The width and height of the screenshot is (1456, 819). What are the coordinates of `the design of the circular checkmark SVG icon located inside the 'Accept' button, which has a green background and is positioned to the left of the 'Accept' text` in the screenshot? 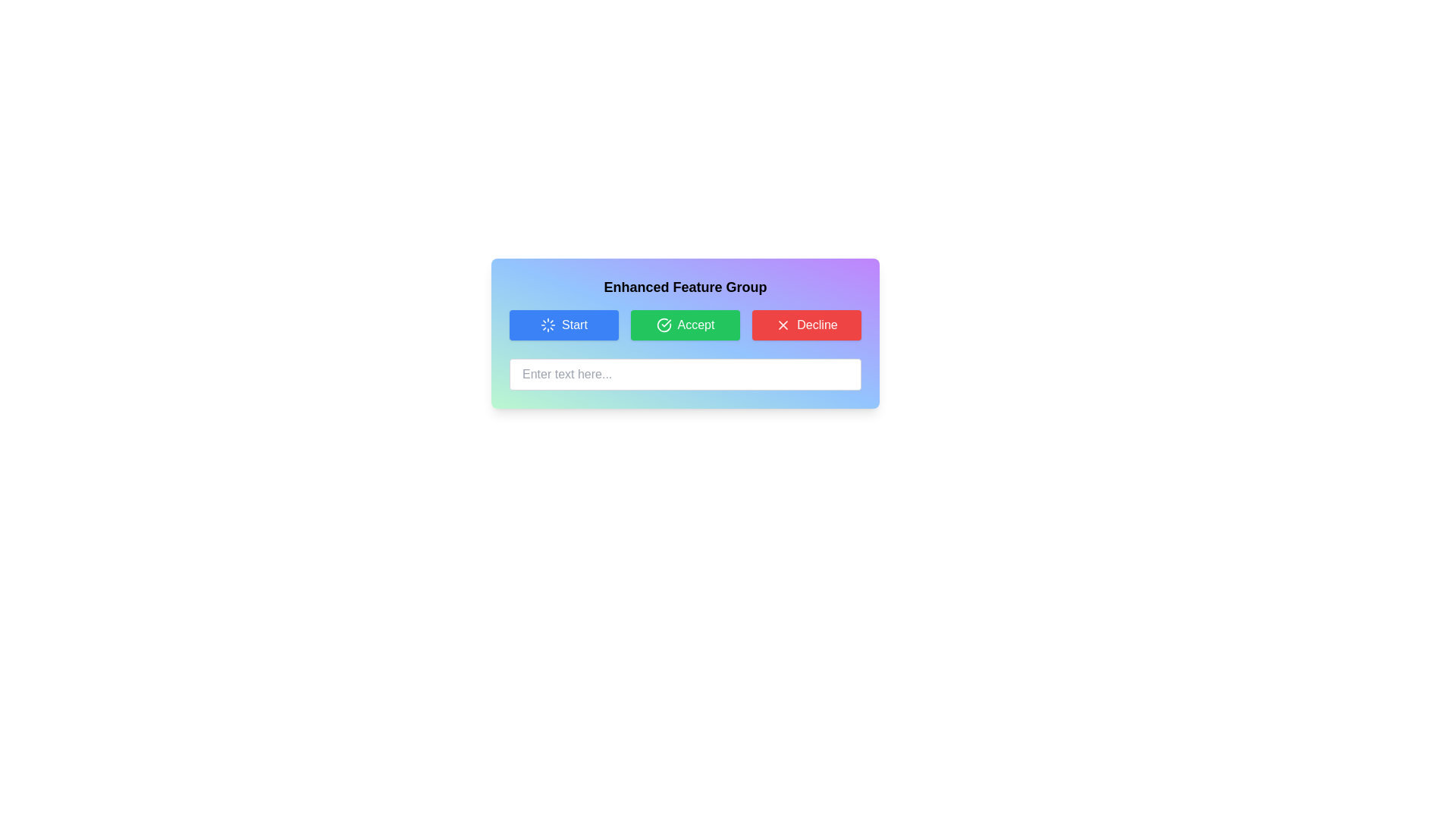 It's located at (664, 324).